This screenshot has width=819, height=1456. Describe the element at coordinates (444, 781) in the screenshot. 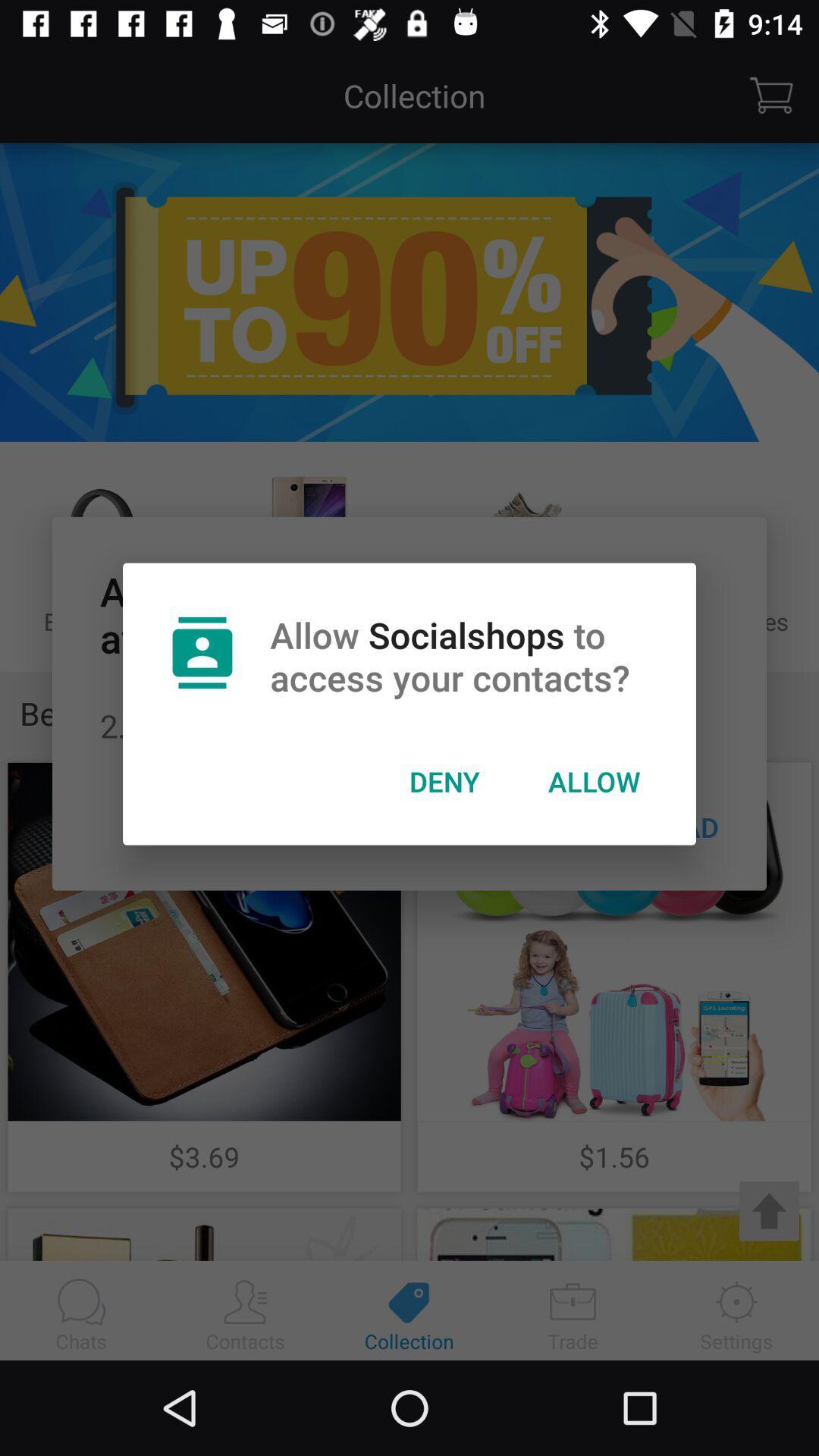

I see `deny` at that location.